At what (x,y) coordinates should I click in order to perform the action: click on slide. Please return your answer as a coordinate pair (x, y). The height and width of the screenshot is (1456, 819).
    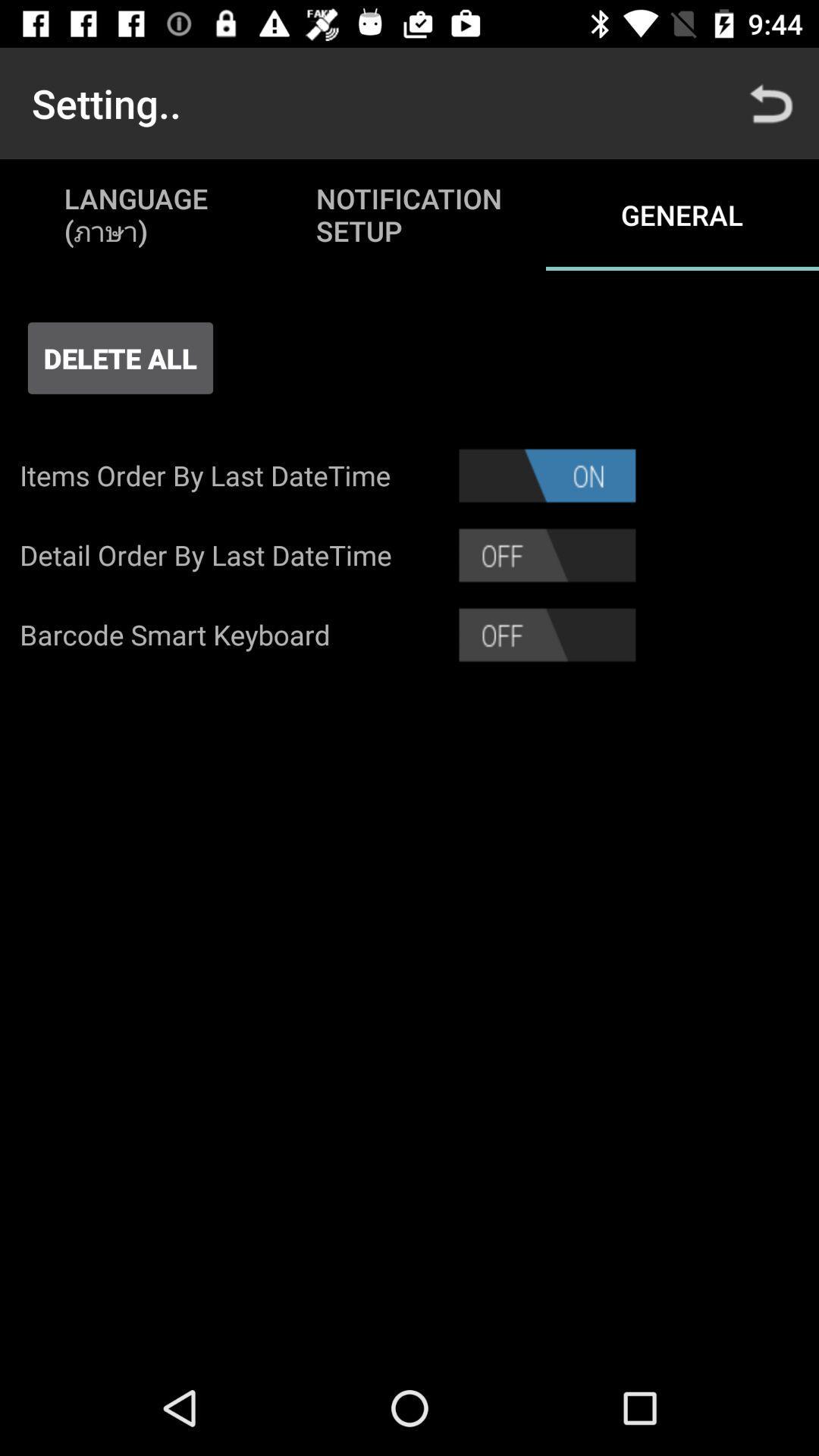
    Looking at the image, I should click on (547, 635).